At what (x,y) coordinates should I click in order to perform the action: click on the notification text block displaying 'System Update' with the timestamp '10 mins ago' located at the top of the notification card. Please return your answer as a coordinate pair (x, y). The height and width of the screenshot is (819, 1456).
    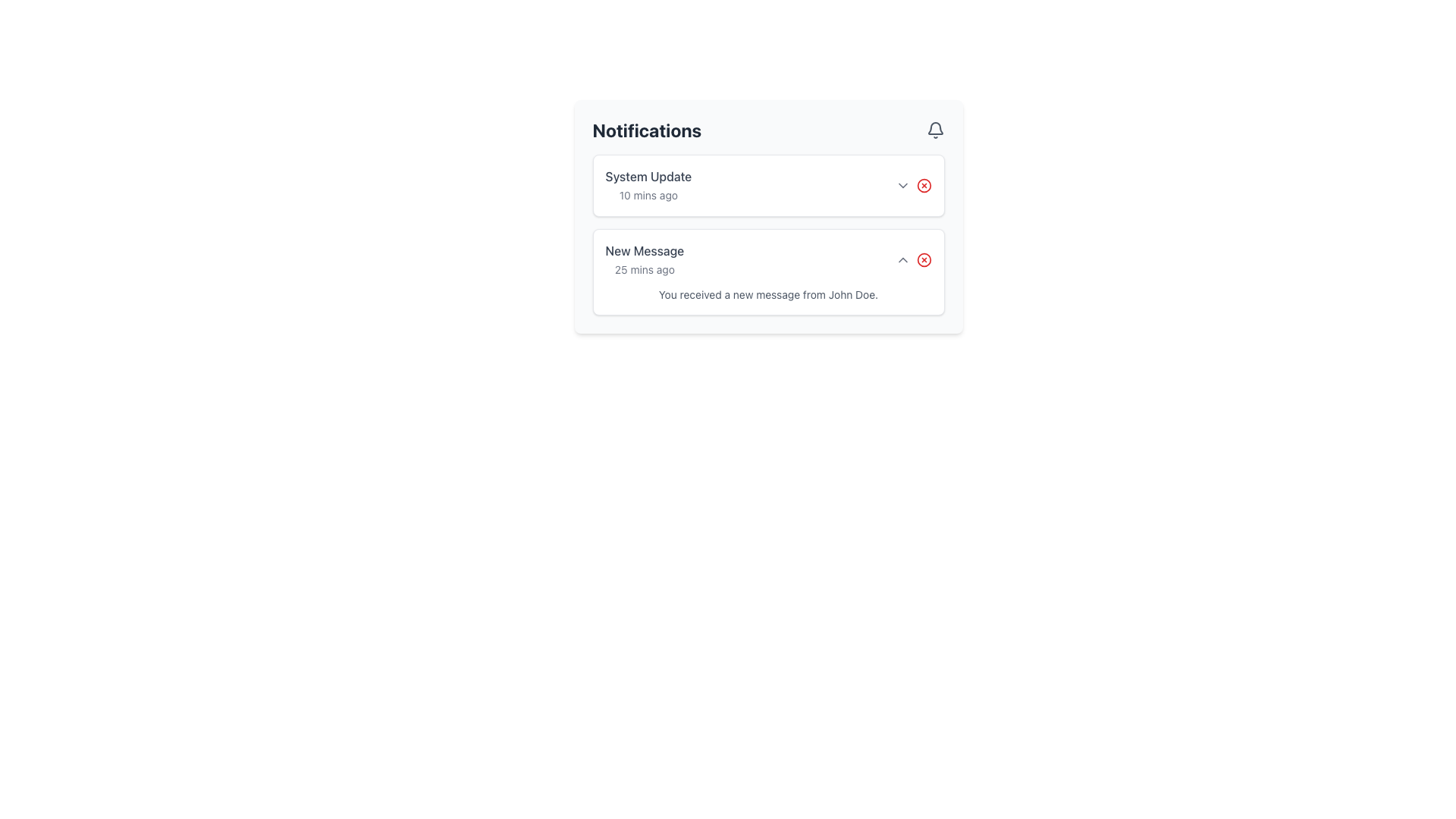
    Looking at the image, I should click on (648, 185).